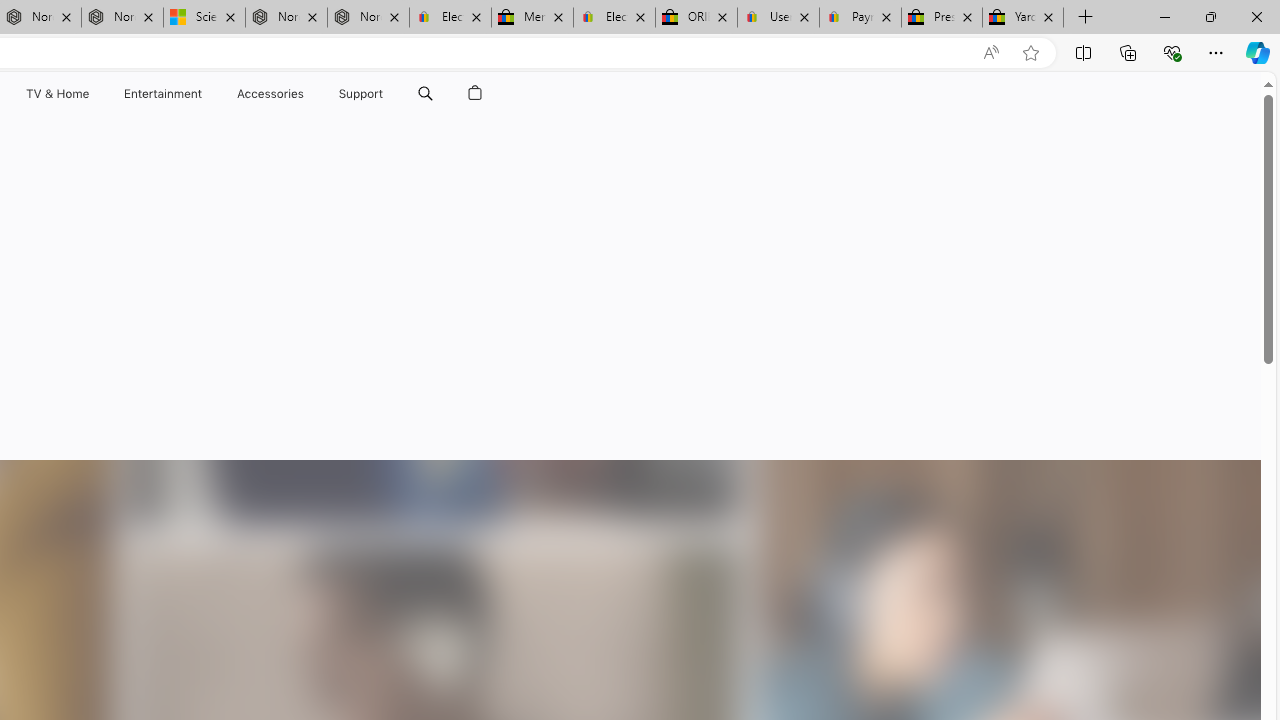 The height and width of the screenshot is (720, 1280). Describe the element at coordinates (777, 17) in the screenshot. I see `'User Privacy Notice | eBay'` at that location.